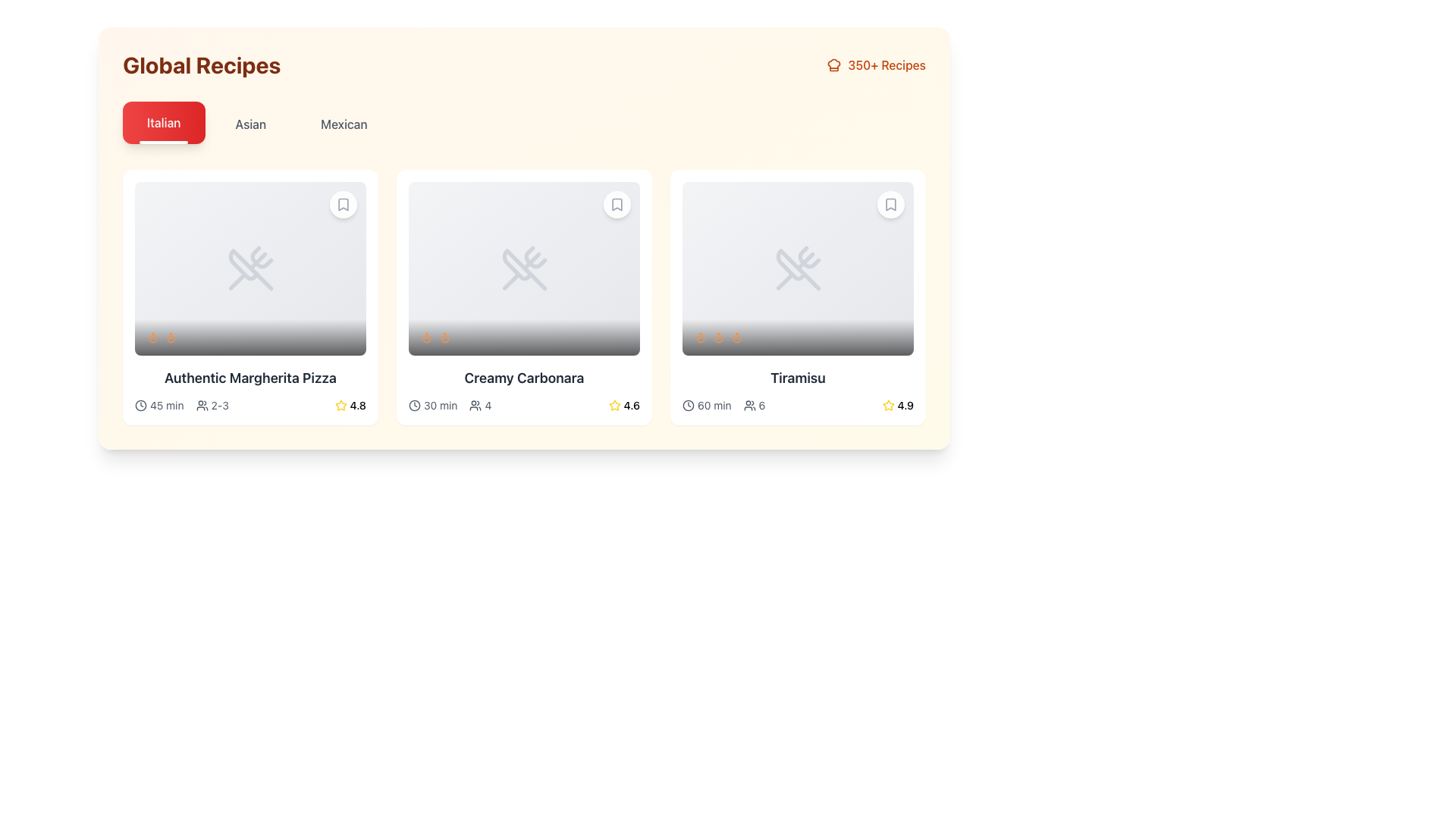  Describe the element at coordinates (797, 336) in the screenshot. I see `the horizontal arrangement of flame icons located at the bottom section of the 'Tiramisu' recipe card, underneath the image area` at that location.